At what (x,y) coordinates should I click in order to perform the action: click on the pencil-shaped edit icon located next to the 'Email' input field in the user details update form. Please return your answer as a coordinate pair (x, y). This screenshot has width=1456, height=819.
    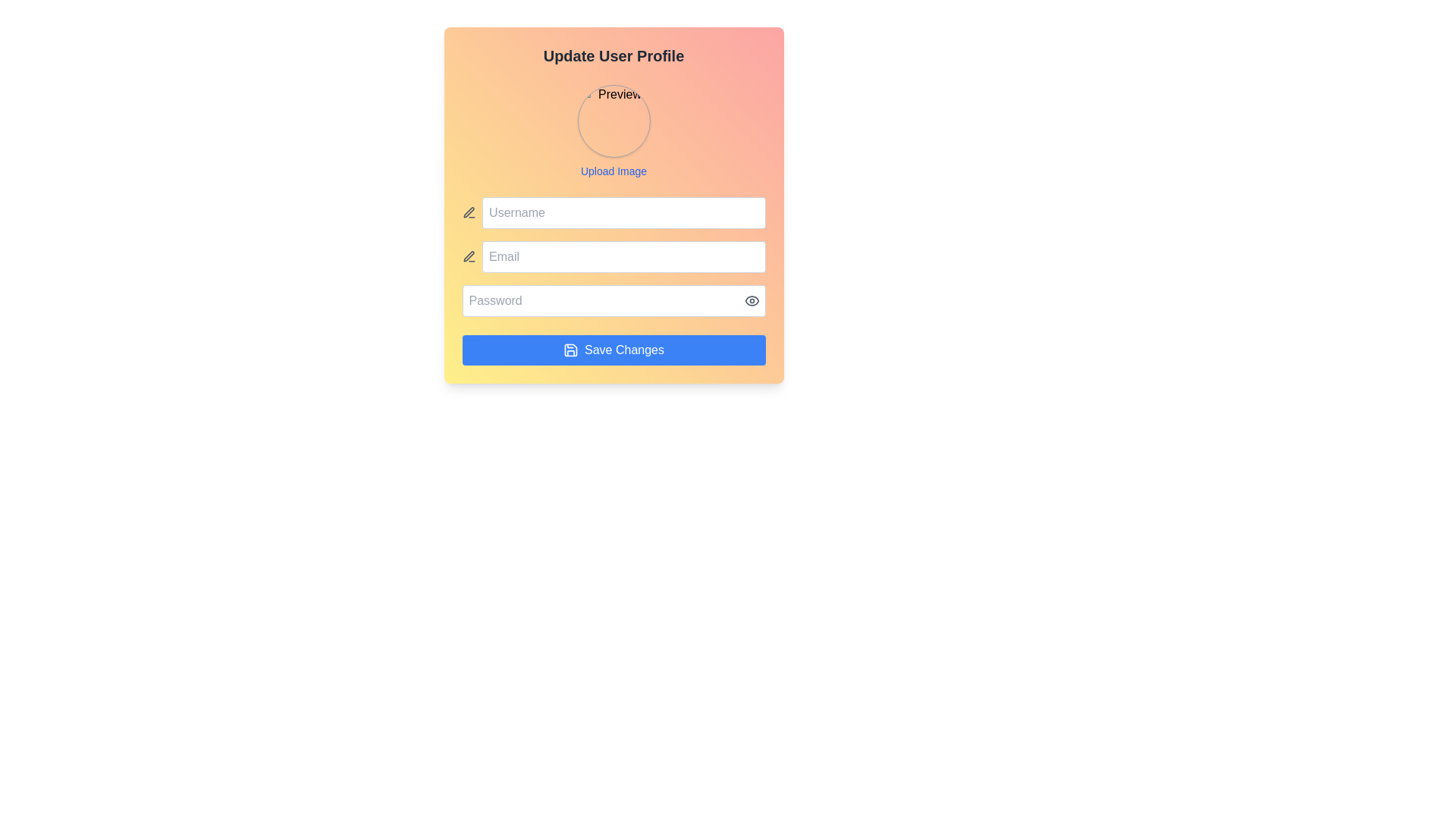
    Looking at the image, I should click on (468, 212).